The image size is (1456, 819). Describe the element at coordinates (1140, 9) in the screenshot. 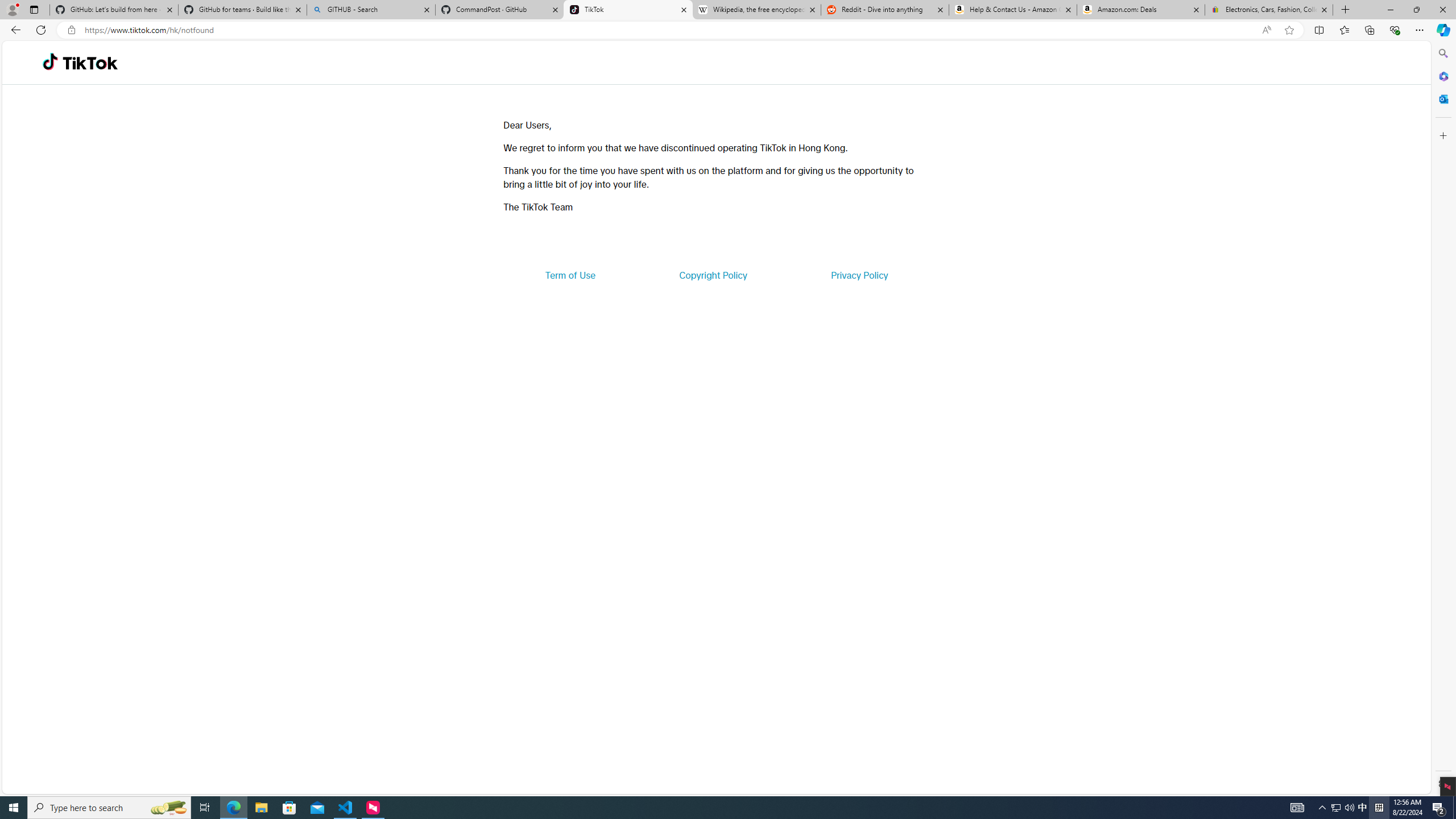

I see `'Amazon.com: Deals'` at that location.